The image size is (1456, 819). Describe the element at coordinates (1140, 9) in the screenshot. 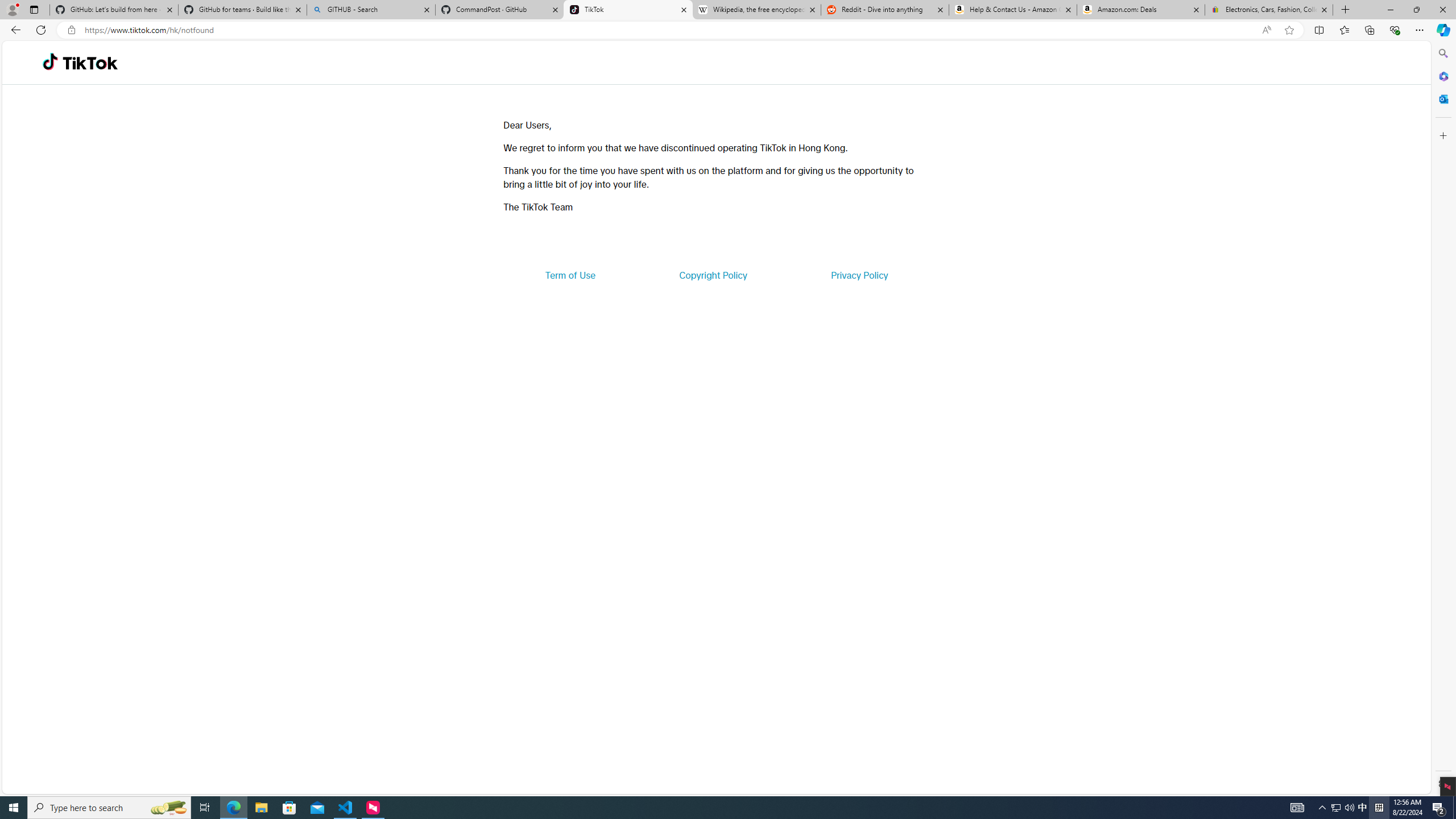

I see `'Amazon.com: Deals'` at that location.